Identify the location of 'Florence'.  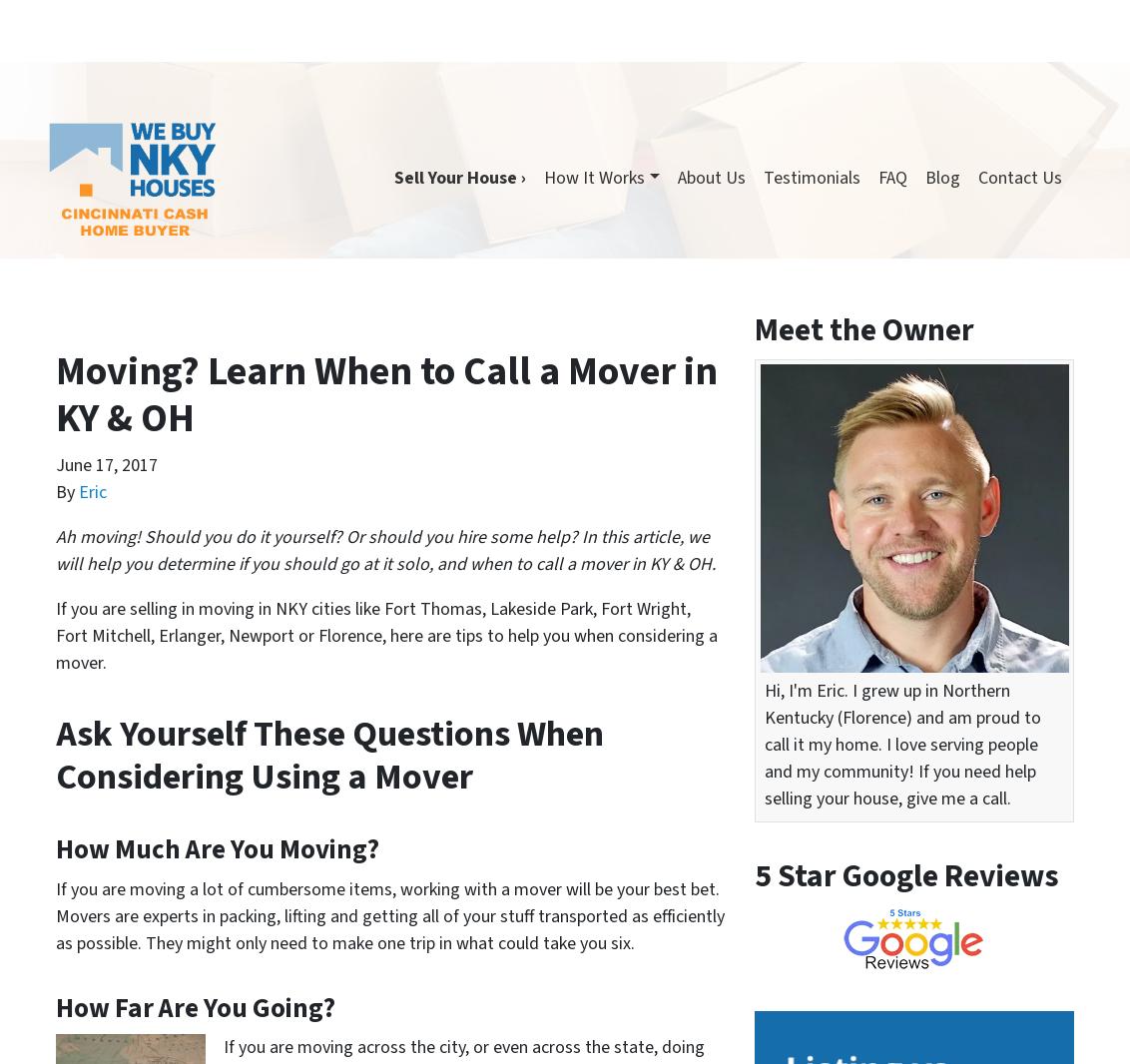
(924, 959).